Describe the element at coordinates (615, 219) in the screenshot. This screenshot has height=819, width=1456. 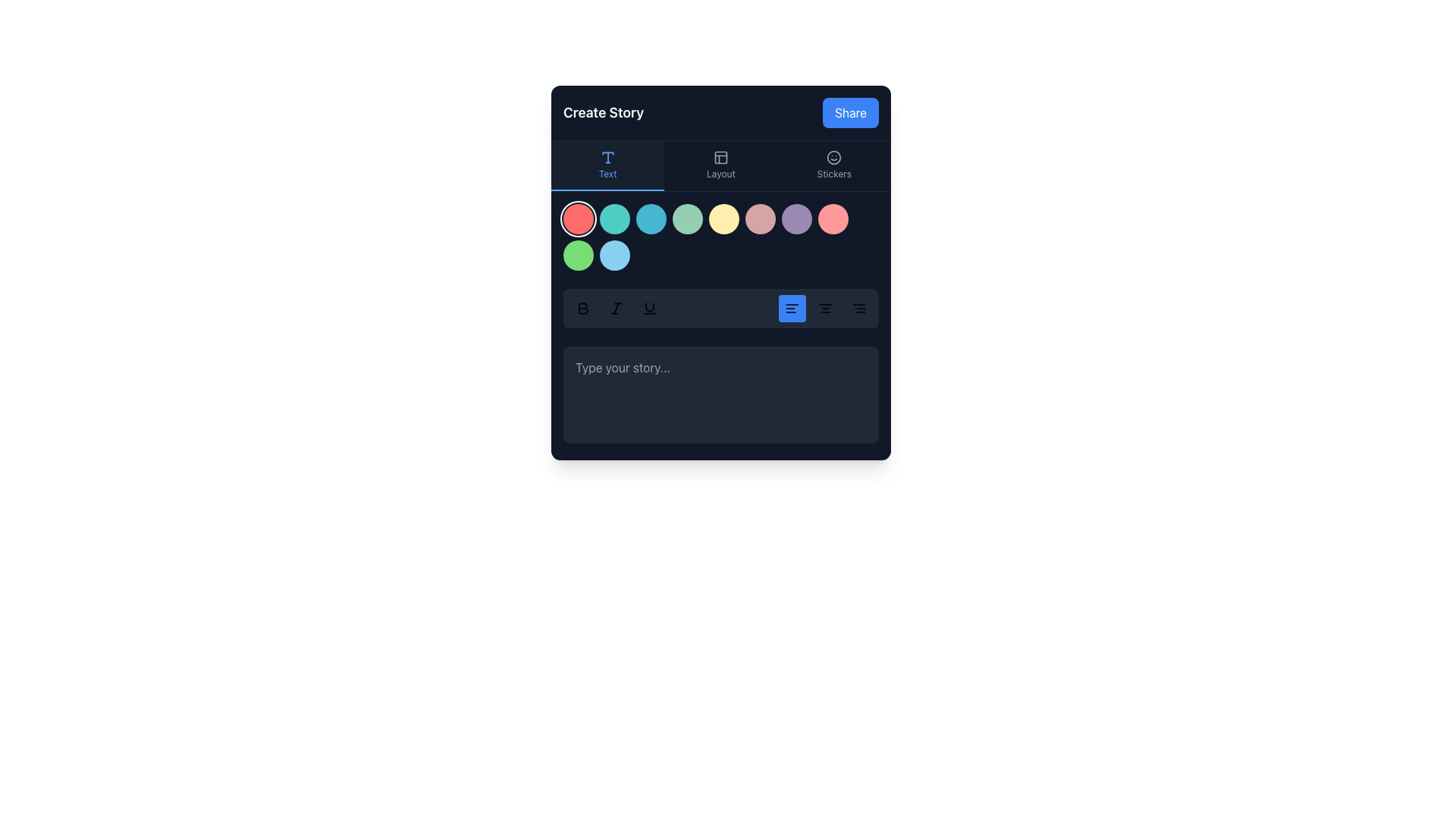
I see `the teal circular button, which is the second button in the first row of a grid of similar buttons` at that location.